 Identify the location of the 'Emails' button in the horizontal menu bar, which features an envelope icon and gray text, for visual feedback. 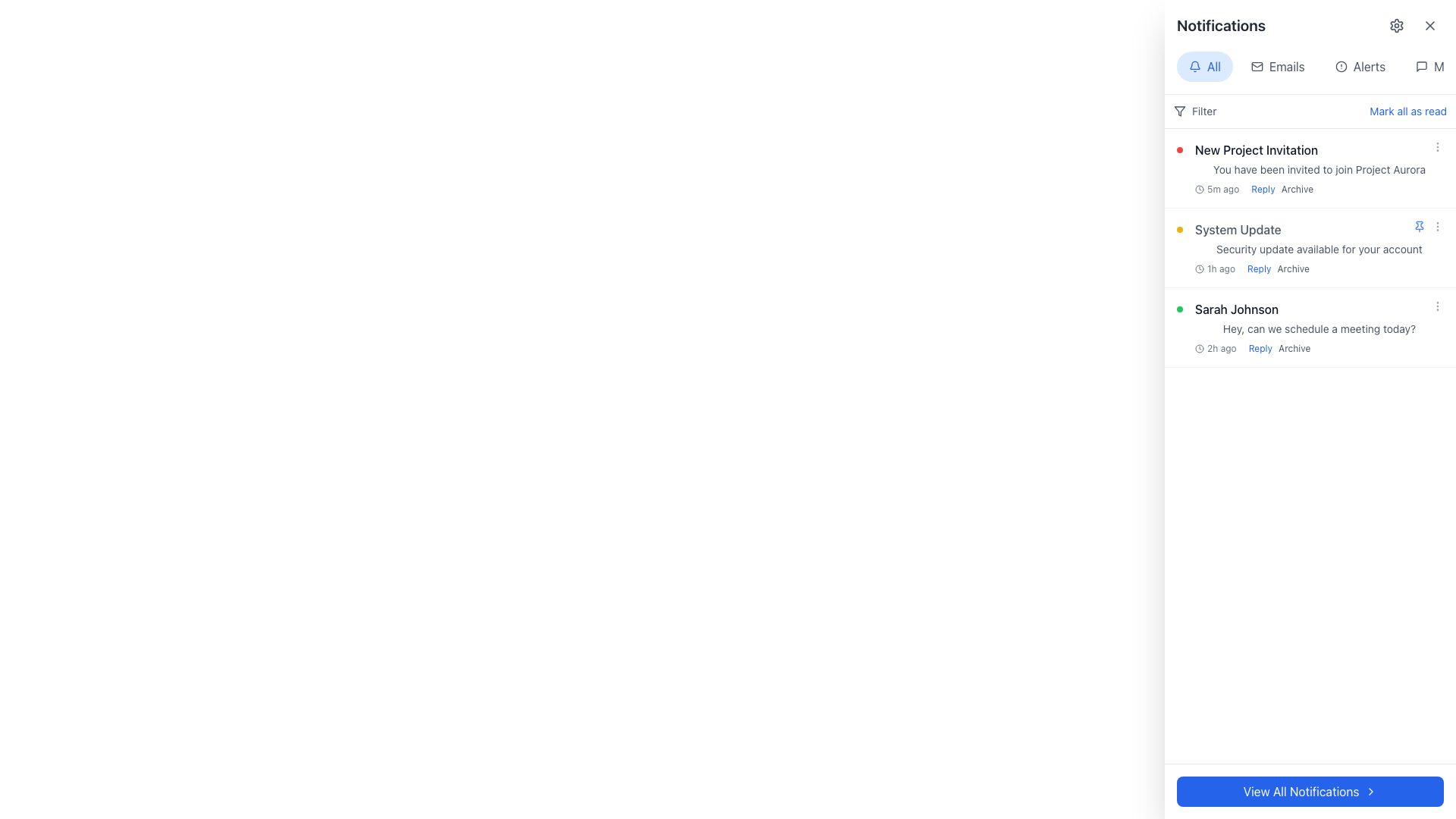
(1277, 66).